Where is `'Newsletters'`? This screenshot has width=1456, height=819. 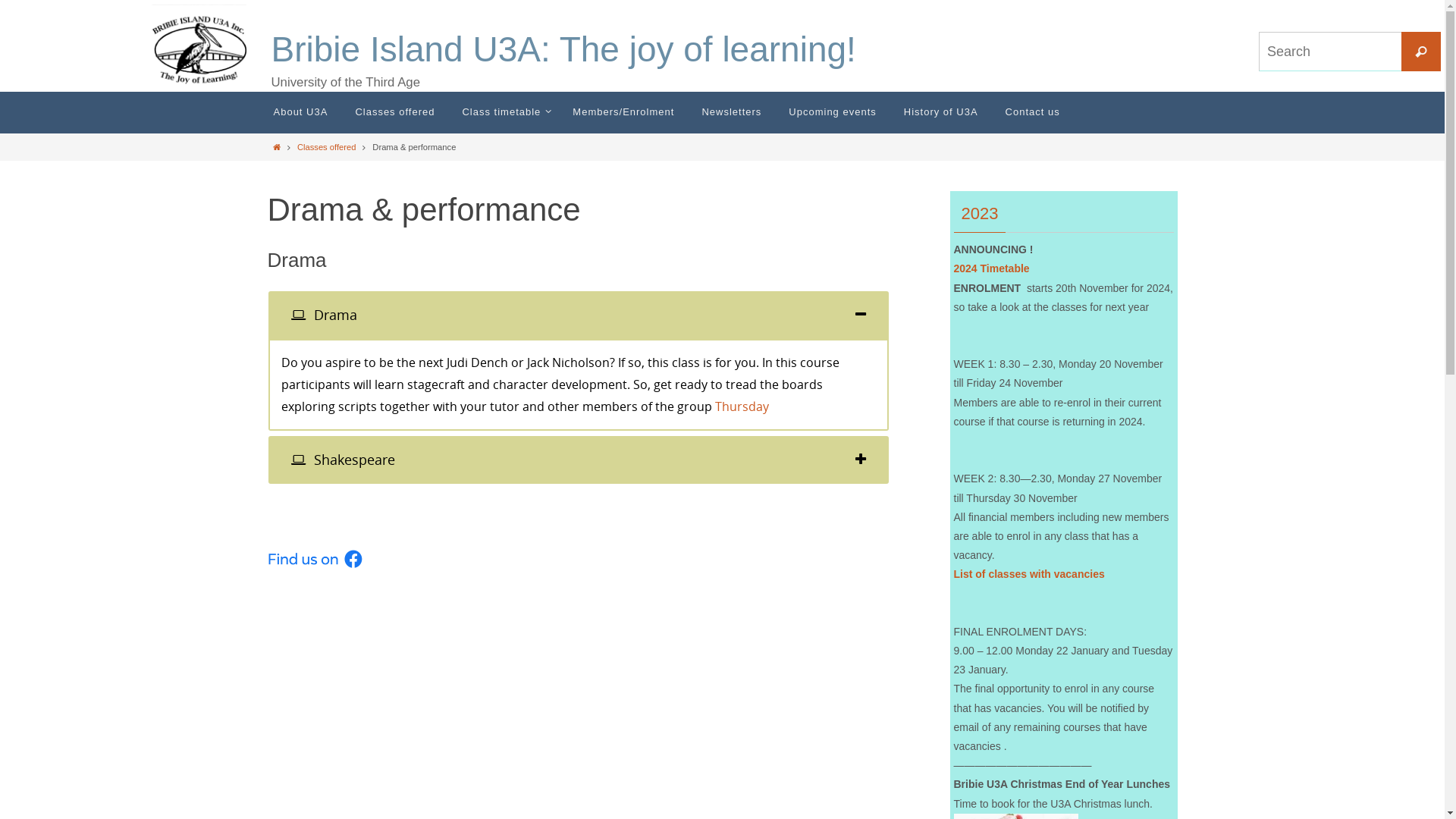 'Newsletters' is located at coordinates (731, 111).